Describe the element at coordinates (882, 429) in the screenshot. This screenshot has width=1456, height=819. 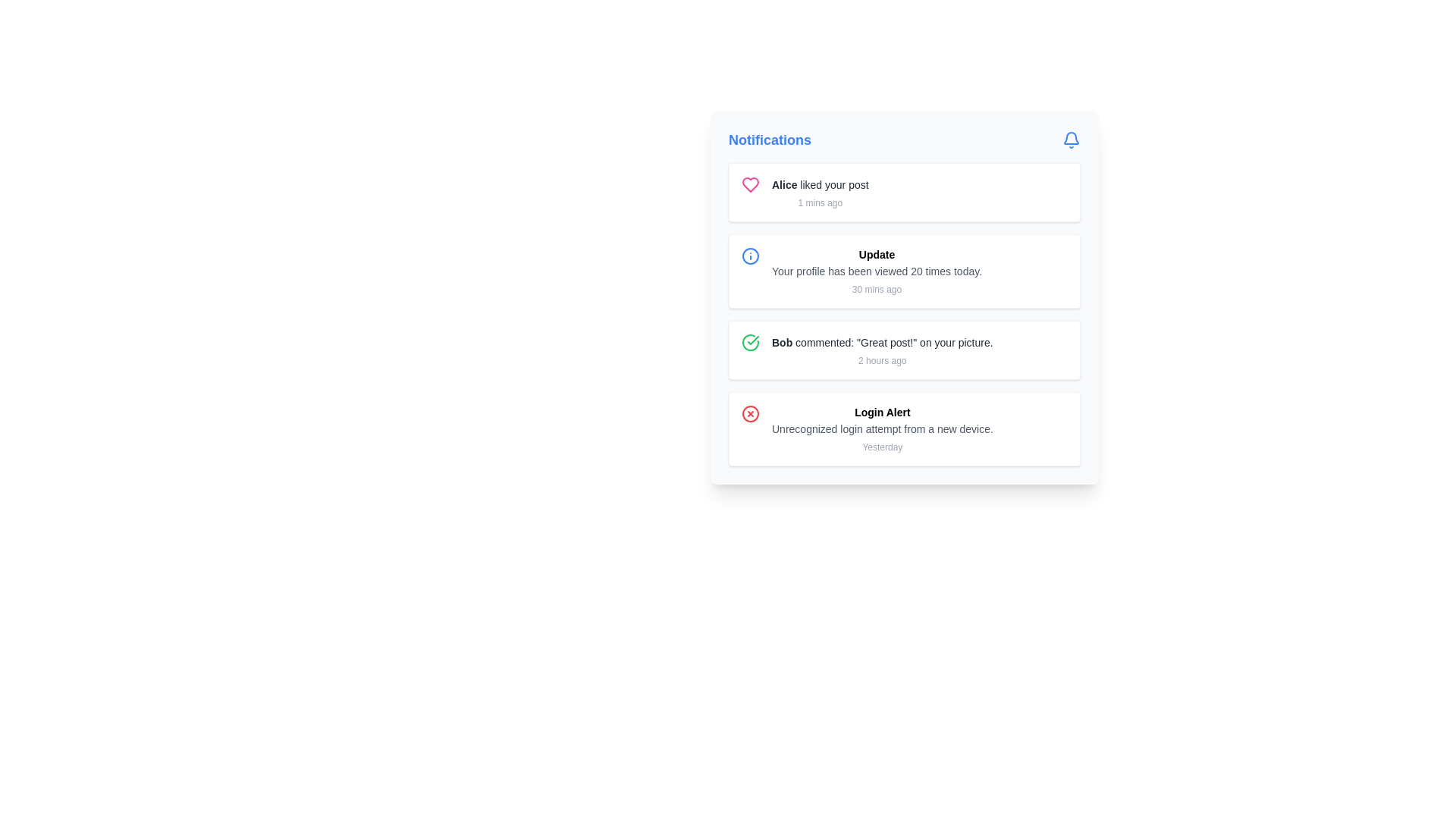
I see `the content of the security notification informing about a login attempt from an unrecognized device, located at the bottom of the notification panel` at that location.